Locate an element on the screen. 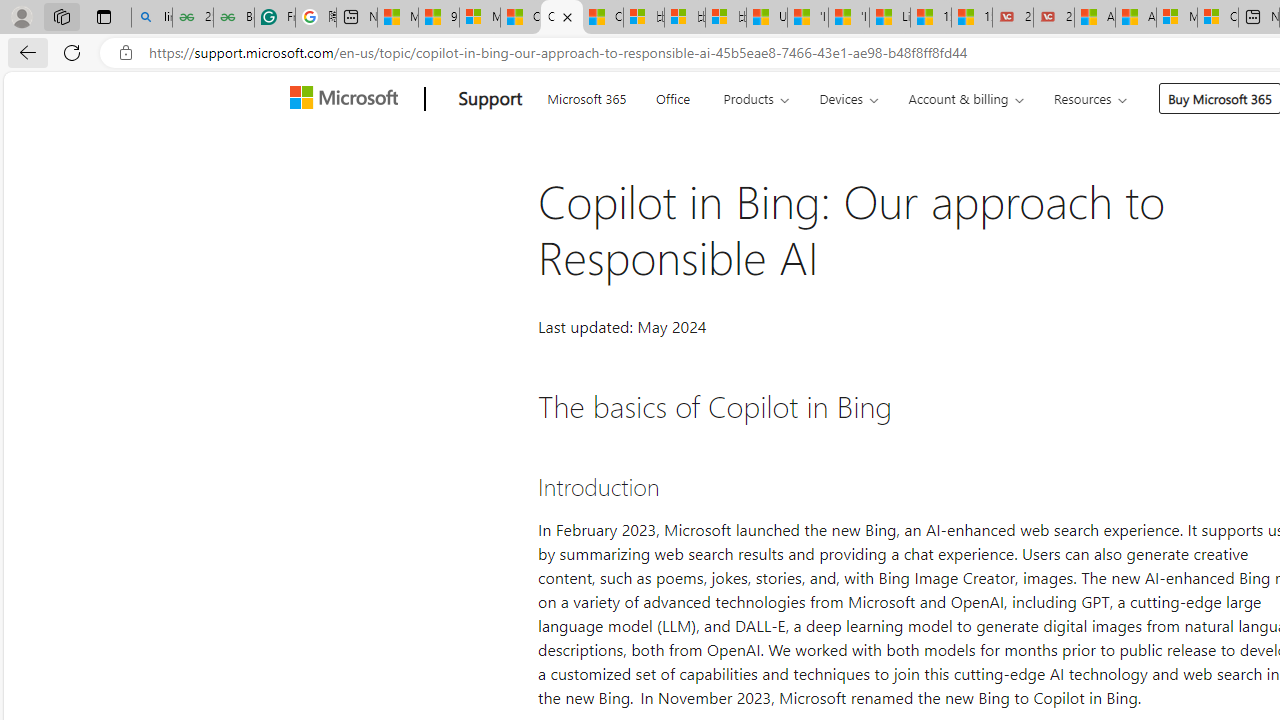  '21 Movies That Outdid the Books They Were Based On' is located at coordinates (1053, 17).